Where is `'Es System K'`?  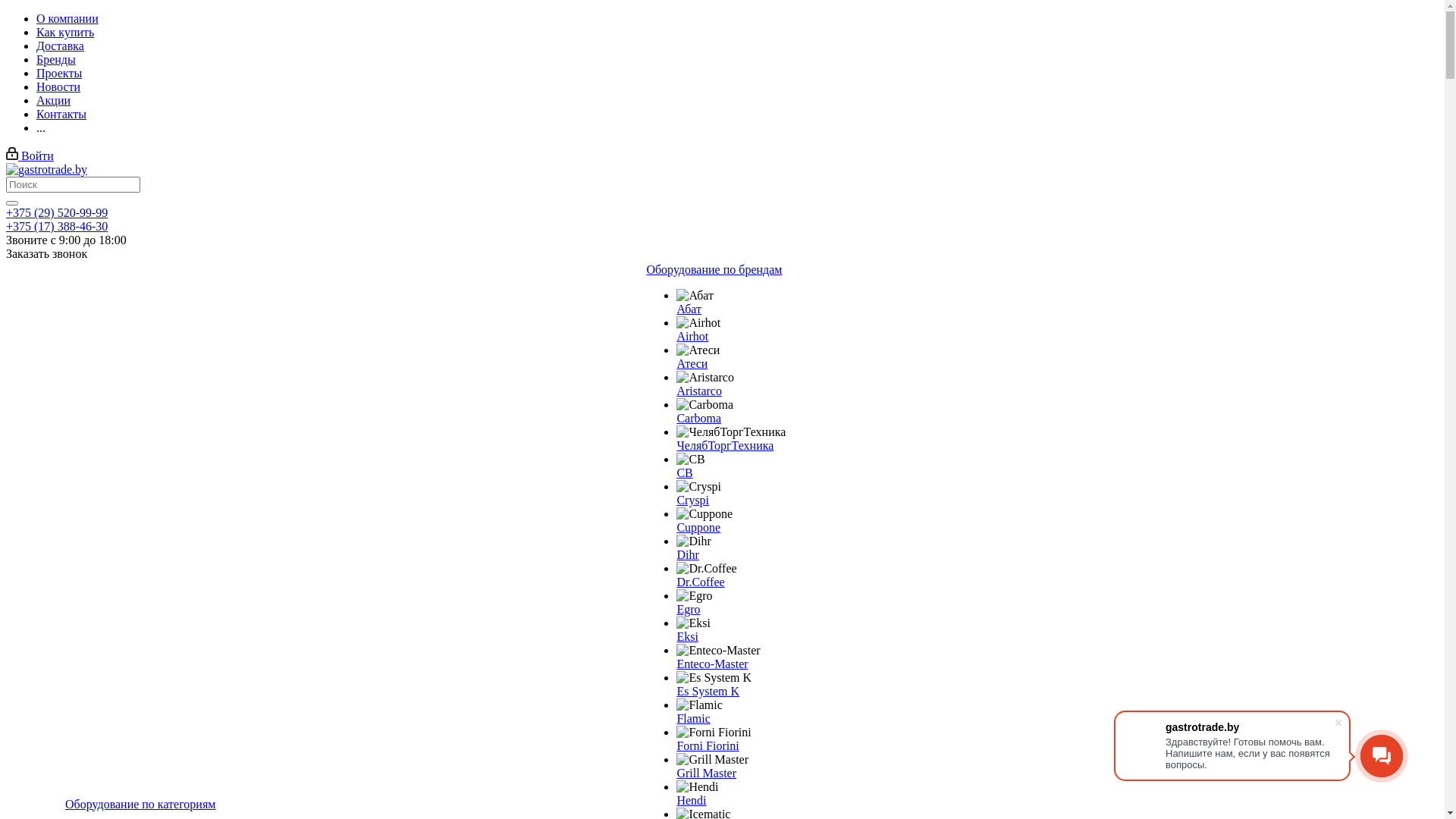 'Es System K' is located at coordinates (707, 691).